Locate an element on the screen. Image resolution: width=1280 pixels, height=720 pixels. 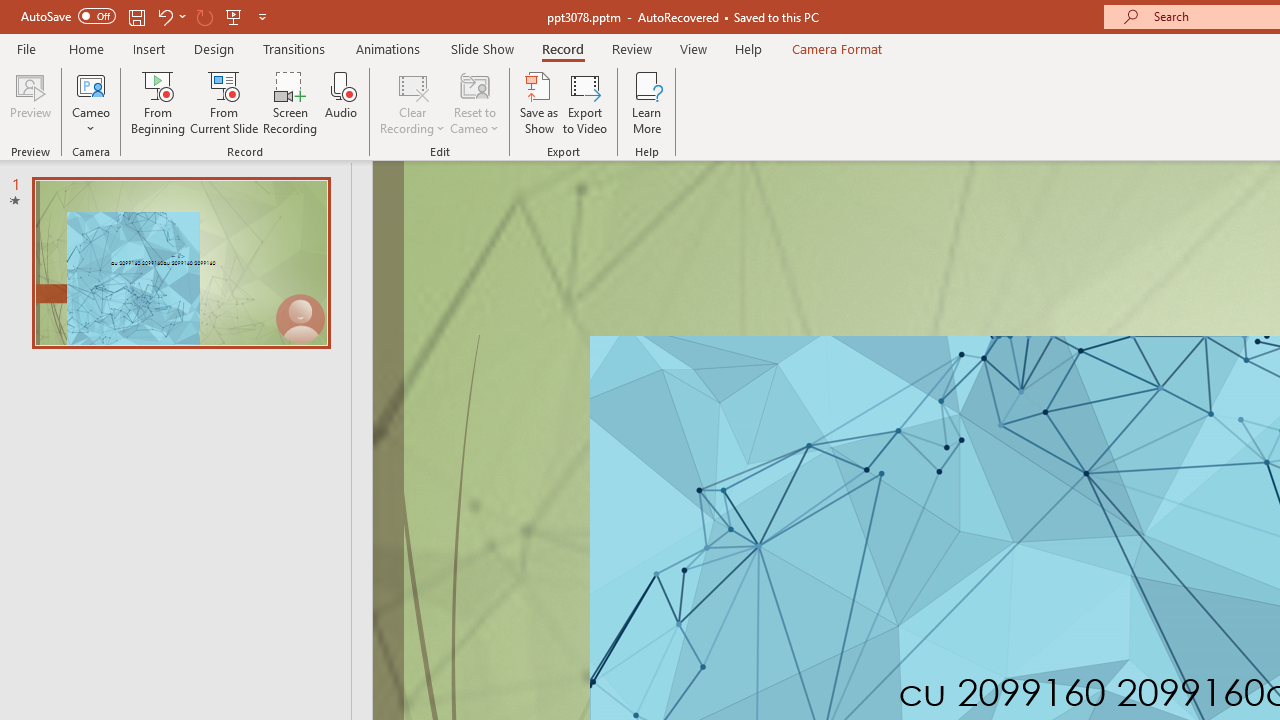
'Camera Format' is located at coordinates (837, 48).